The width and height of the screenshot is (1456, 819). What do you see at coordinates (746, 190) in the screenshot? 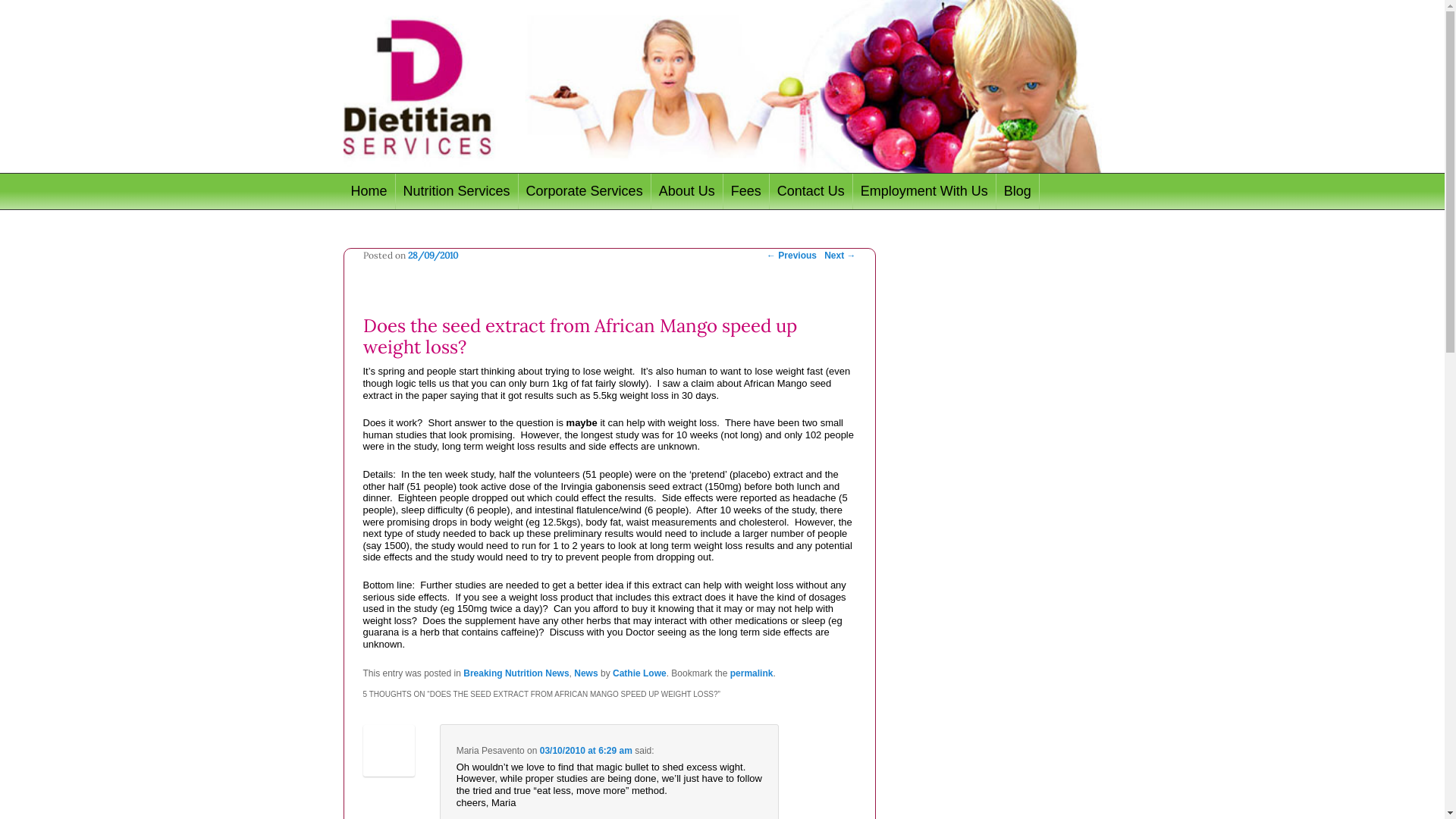
I see `'Fees'` at bounding box center [746, 190].